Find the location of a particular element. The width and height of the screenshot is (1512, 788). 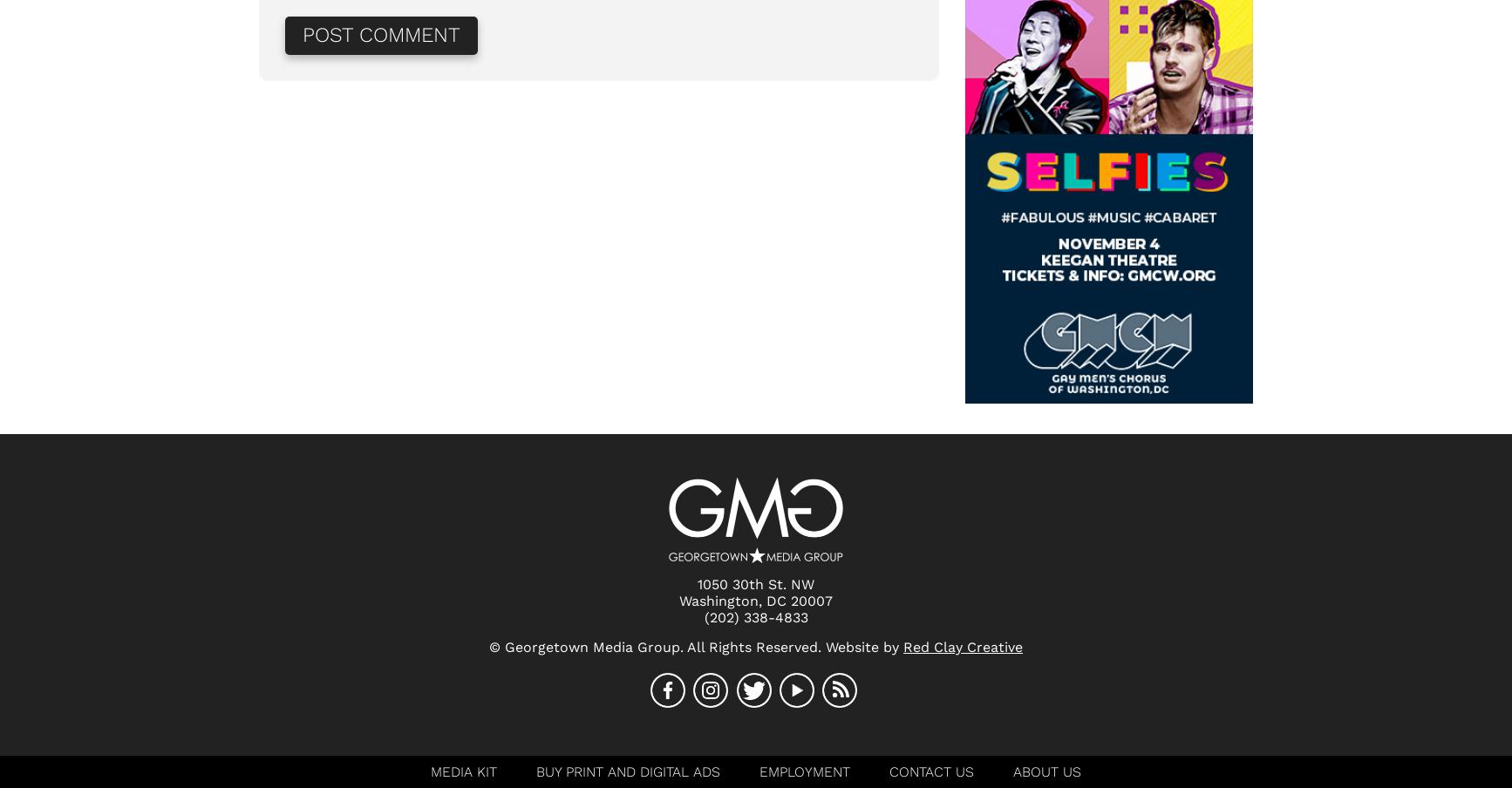

'Red Clay Creative' is located at coordinates (963, 646).